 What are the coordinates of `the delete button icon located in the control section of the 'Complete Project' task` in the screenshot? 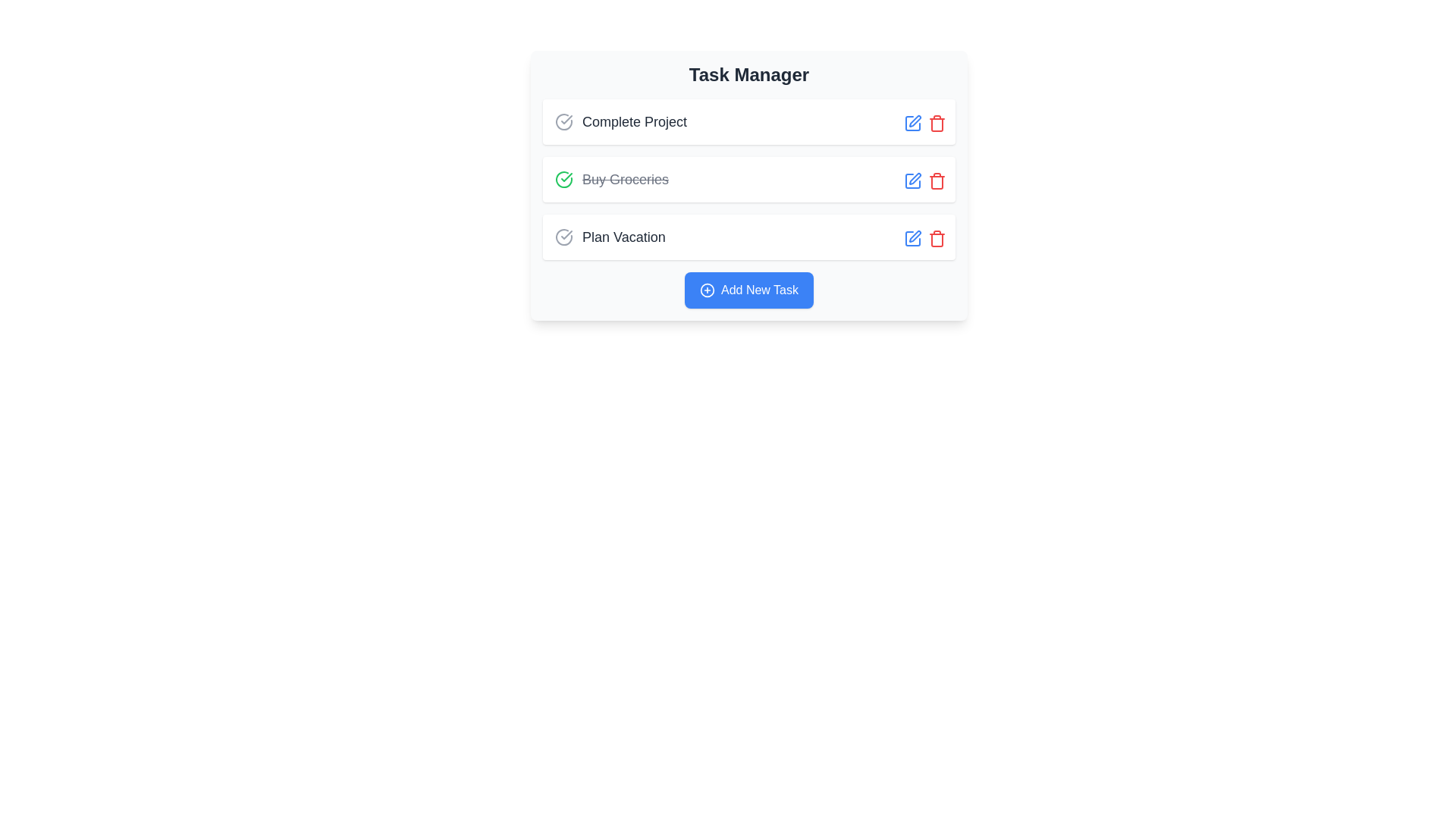 It's located at (934, 121).